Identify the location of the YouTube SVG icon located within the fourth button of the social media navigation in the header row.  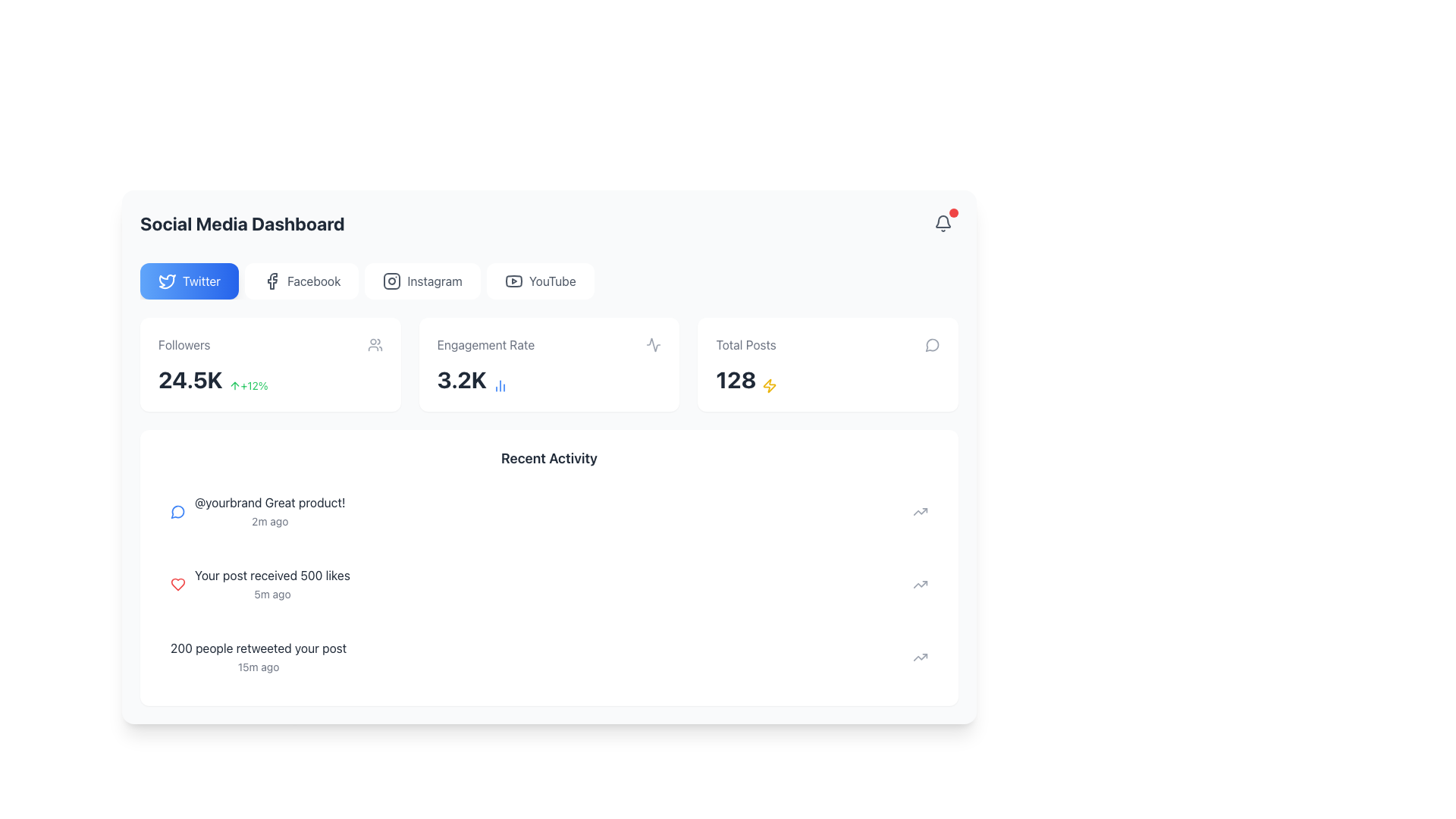
(513, 281).